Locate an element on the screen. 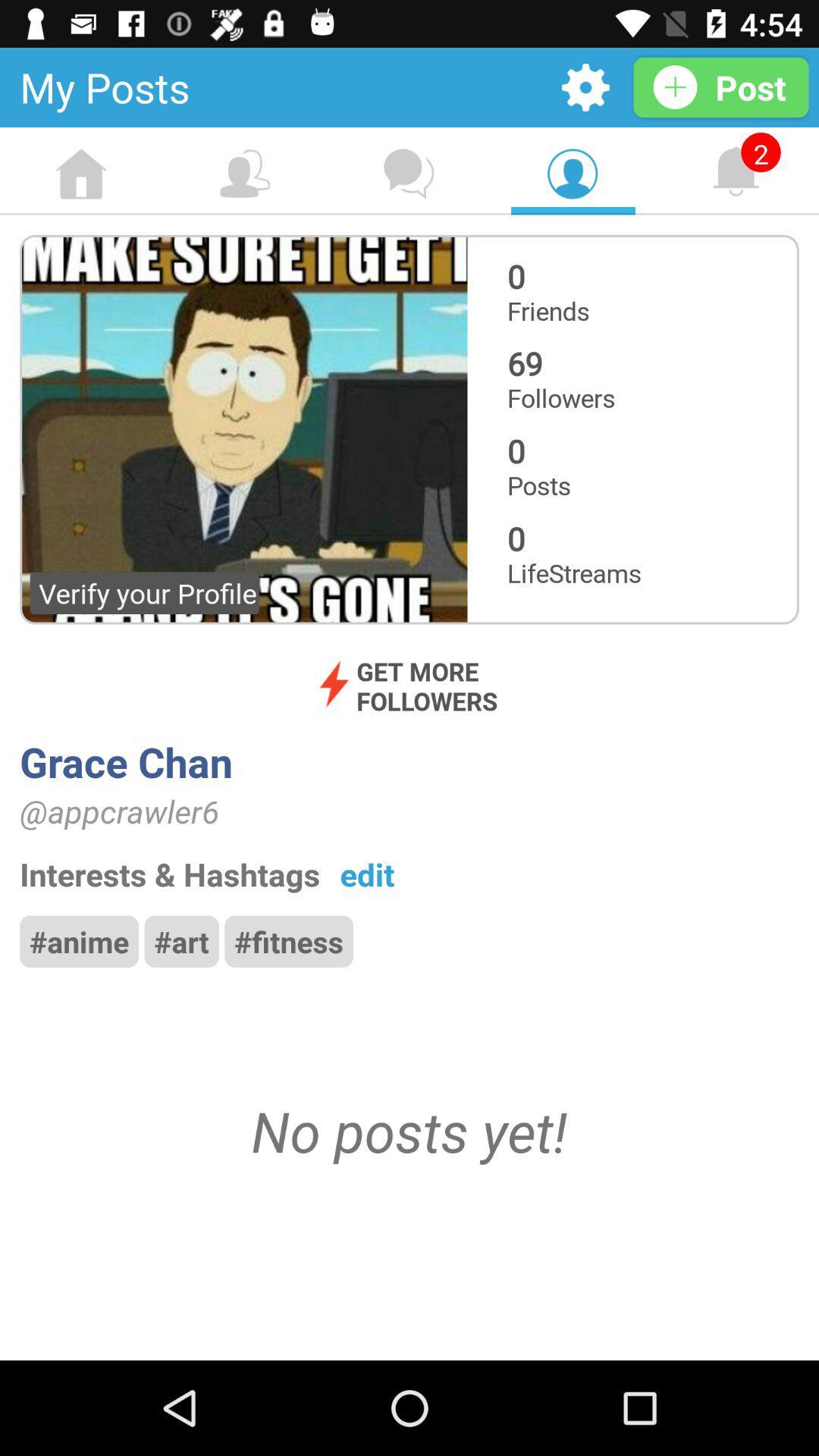 The image size is (819, 1456). icon next to 0 is located at coordinates (243, 428).